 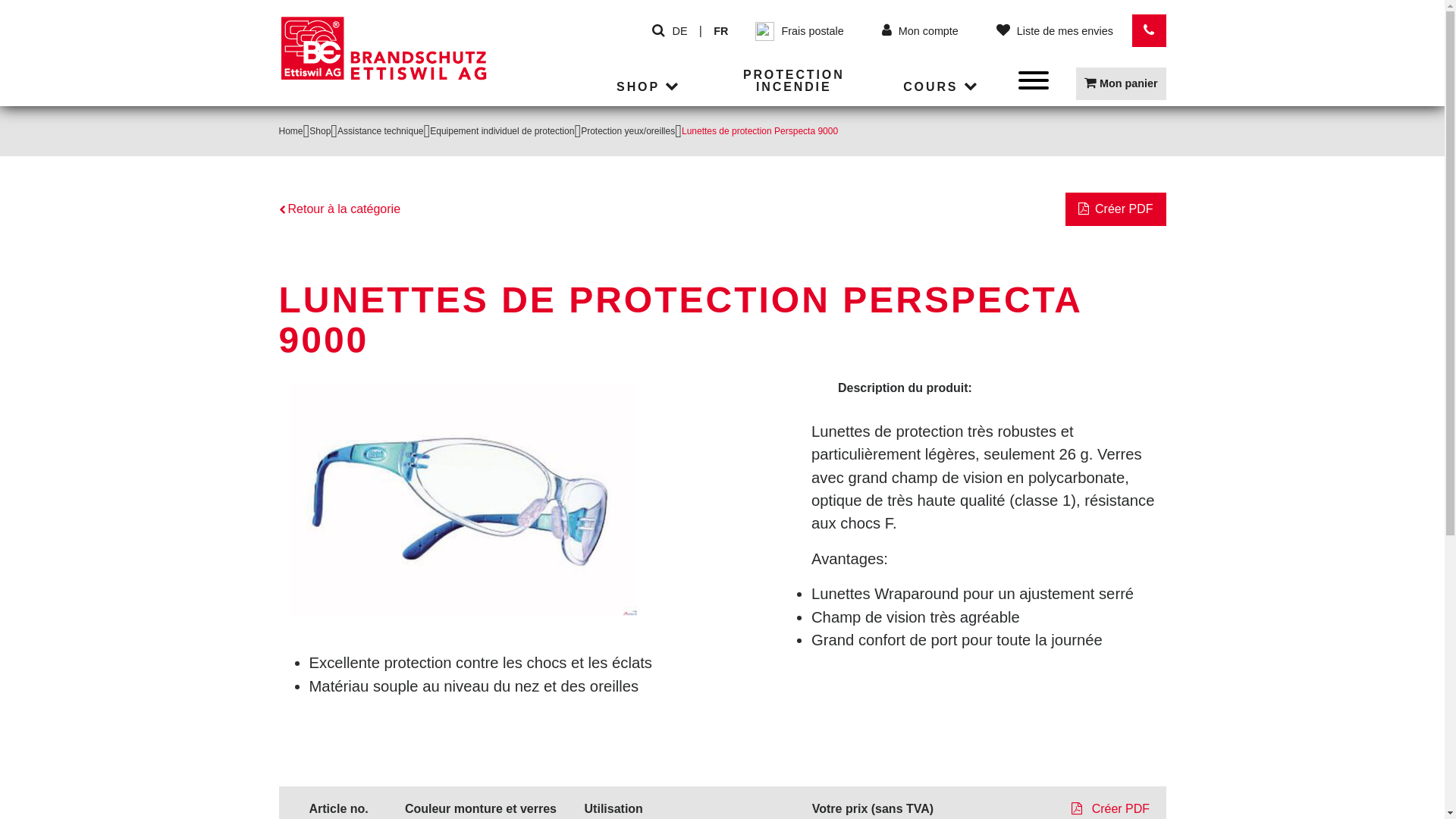 What do you see at coordinates (384, 47) in the screenshot?
I see `'Magento Commerce'` at bounding box center [384, 47].